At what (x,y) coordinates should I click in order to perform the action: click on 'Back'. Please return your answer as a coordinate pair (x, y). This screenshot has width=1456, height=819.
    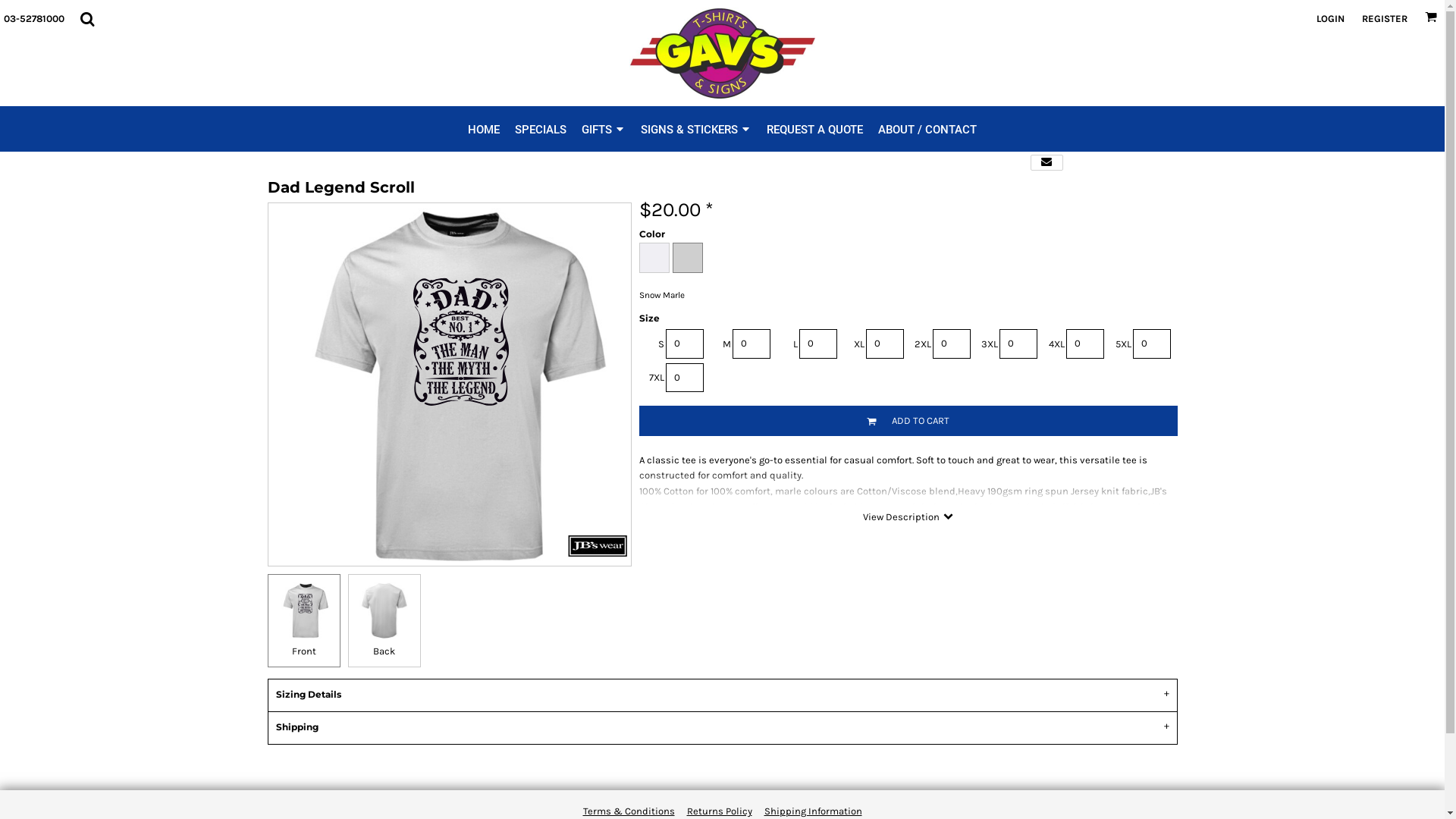
    Looking at the image, I should click on (383, 620).